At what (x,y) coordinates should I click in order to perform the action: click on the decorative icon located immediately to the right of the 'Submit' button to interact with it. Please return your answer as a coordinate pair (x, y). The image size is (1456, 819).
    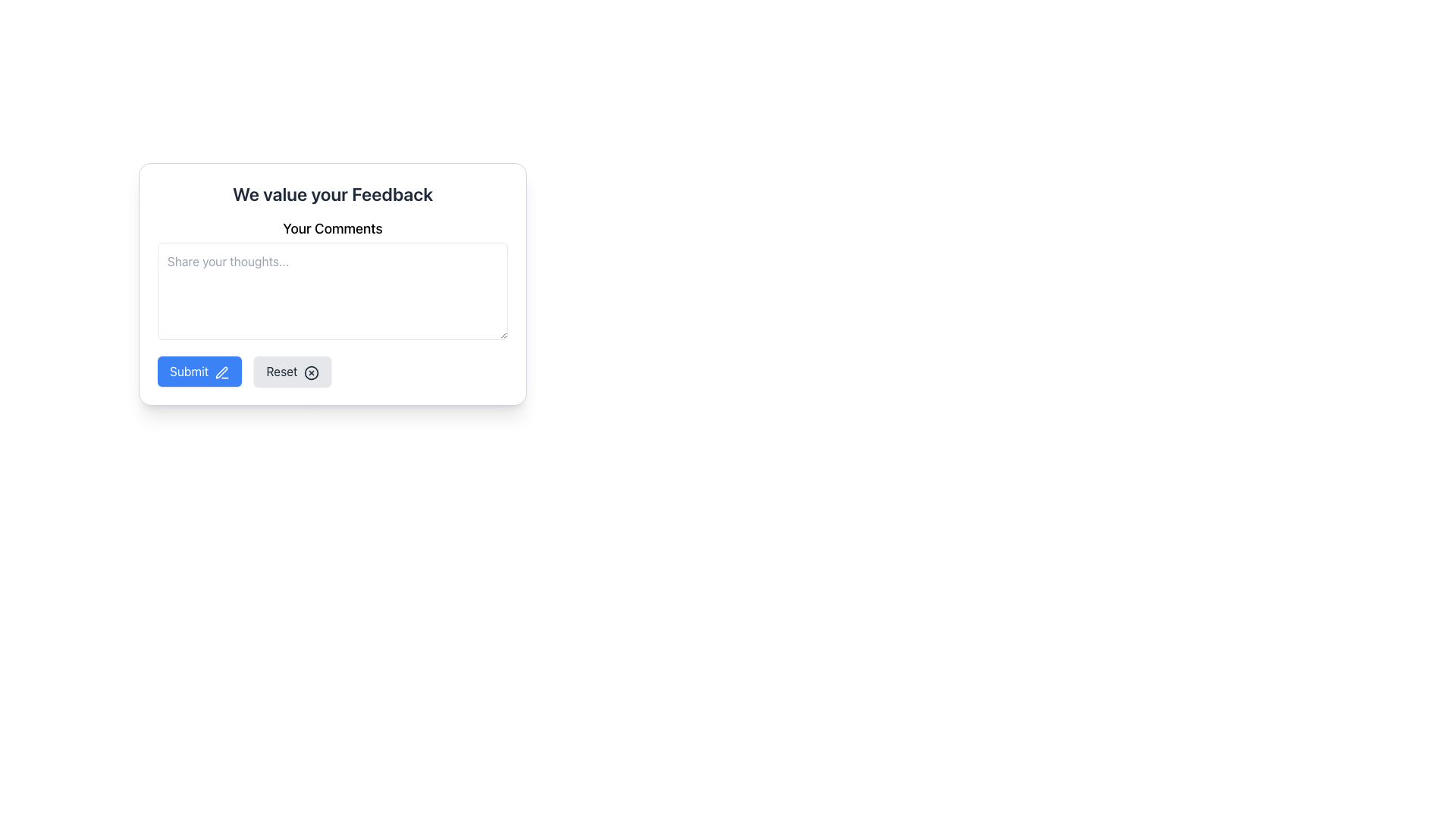
    Looking at the image, I should click on (221, 372).